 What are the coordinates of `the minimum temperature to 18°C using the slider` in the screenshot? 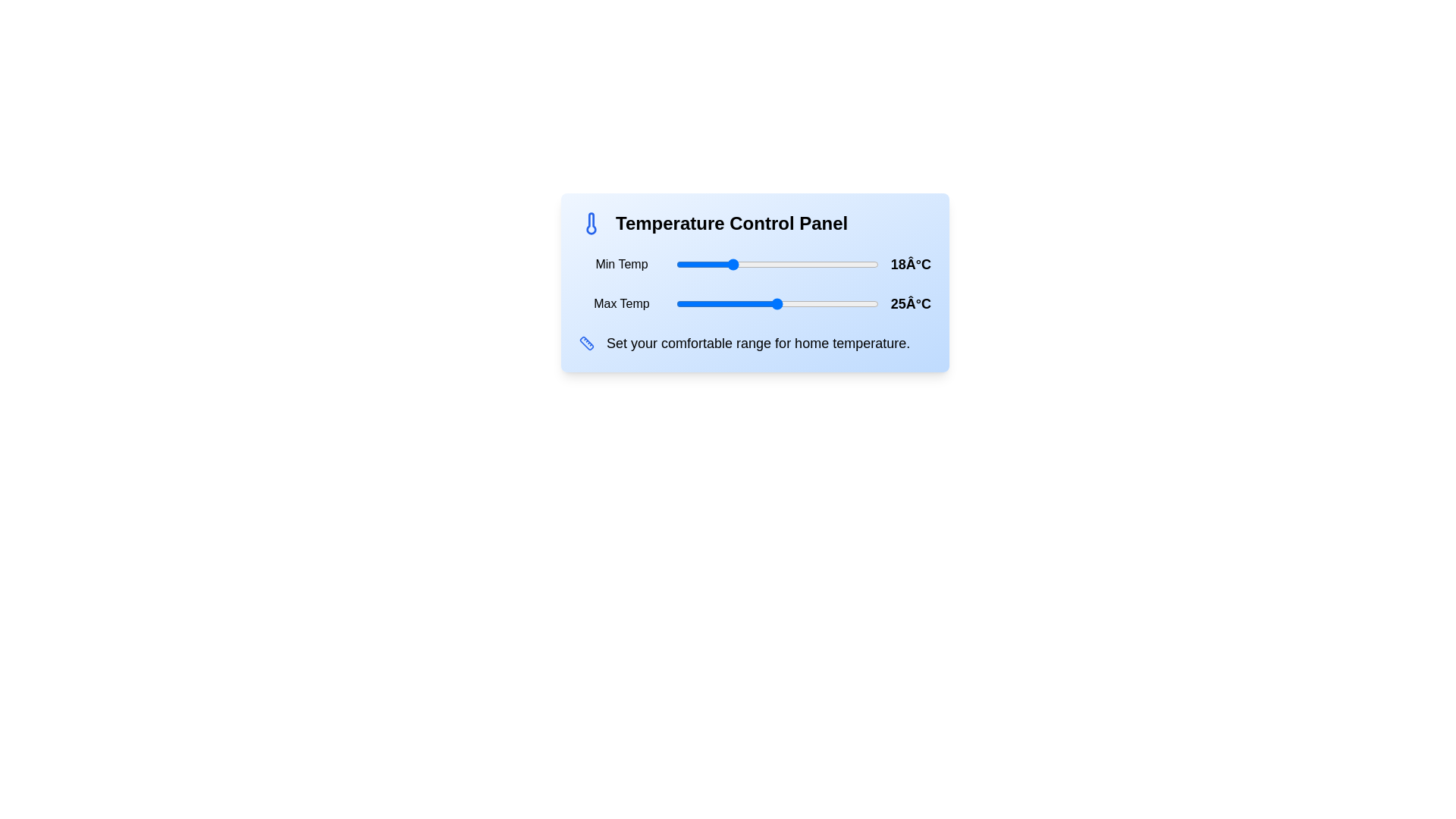 It's located at (730, 263).